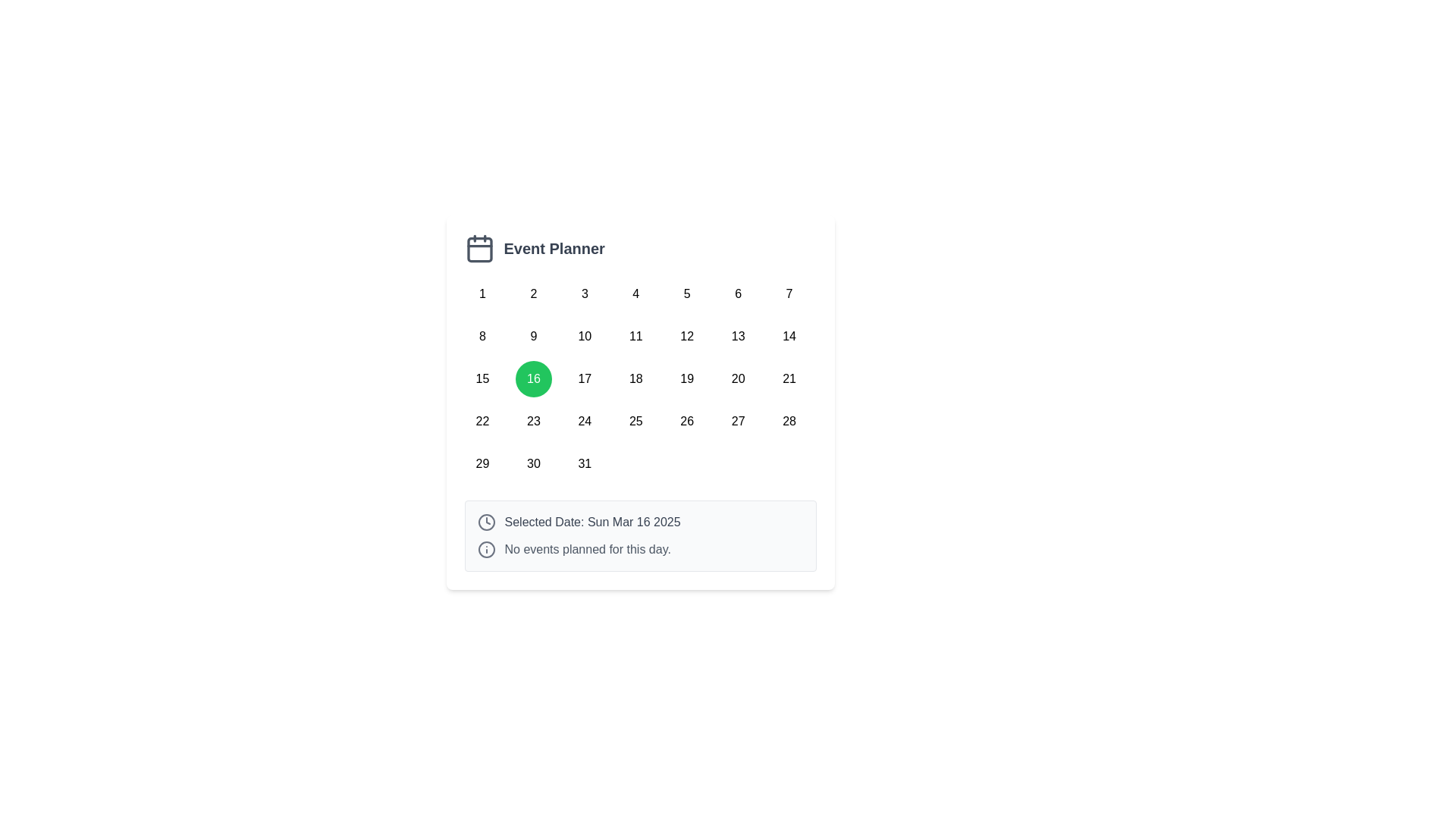 The image size is (1456, 819). What do you see at coordinates (789, 294) in the screenshot?
I see `the small circular button labeled '7' with a white background, located in the first row and seventh column of the calendar layout` at bounding box center [789, 294].